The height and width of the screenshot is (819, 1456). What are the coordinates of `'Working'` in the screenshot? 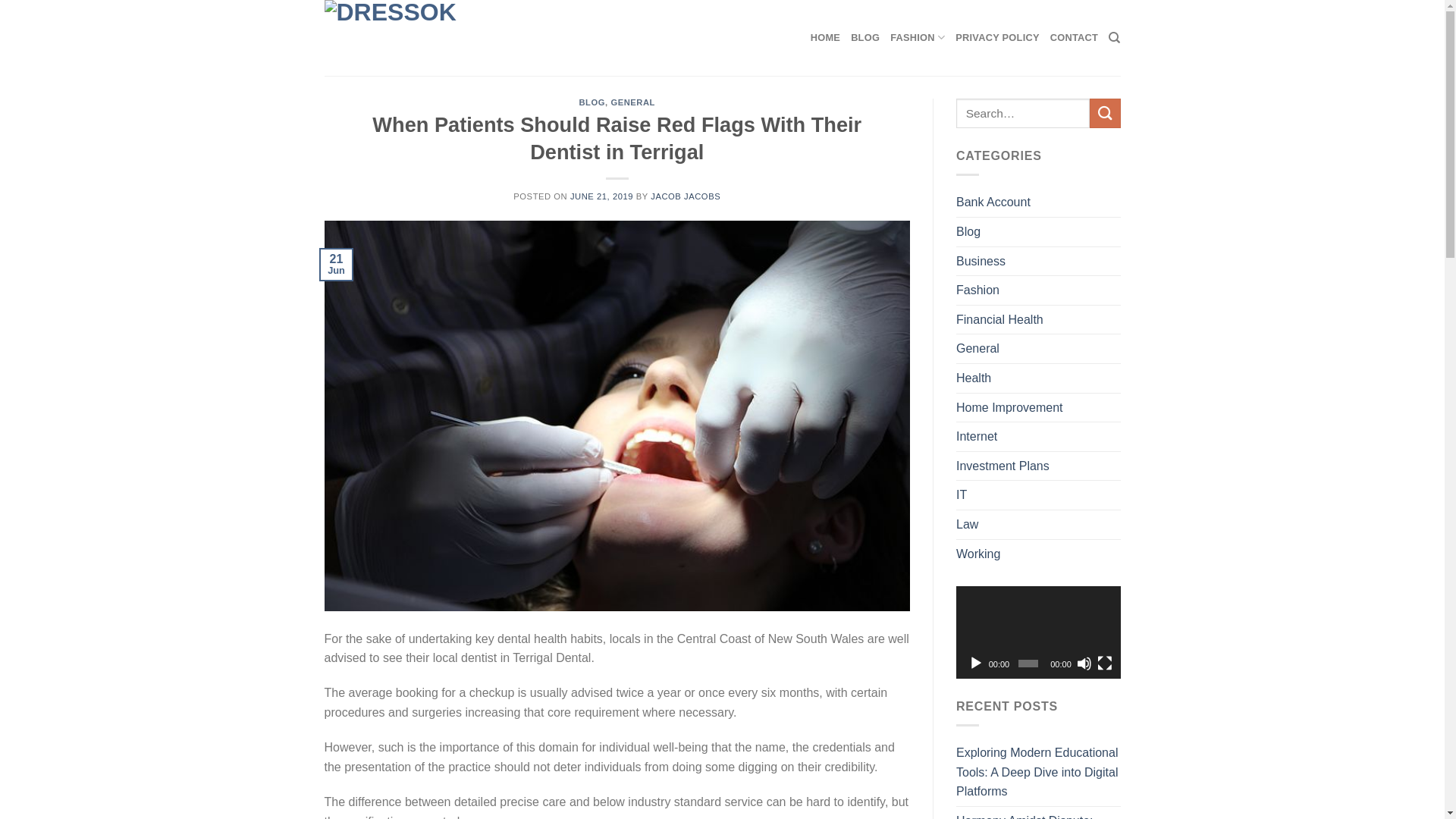 It's located at (978, 554).